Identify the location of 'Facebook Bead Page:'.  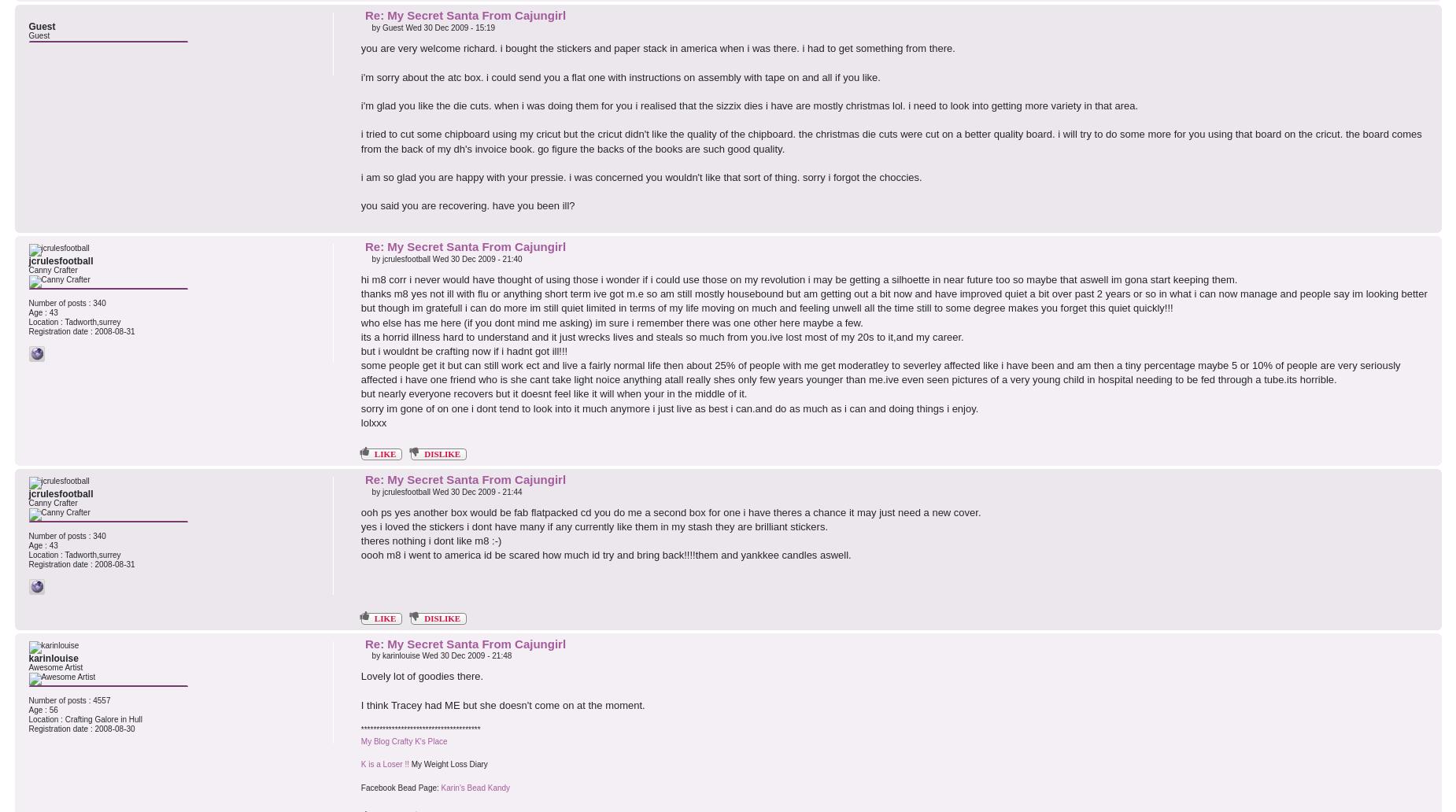
(400, 786).